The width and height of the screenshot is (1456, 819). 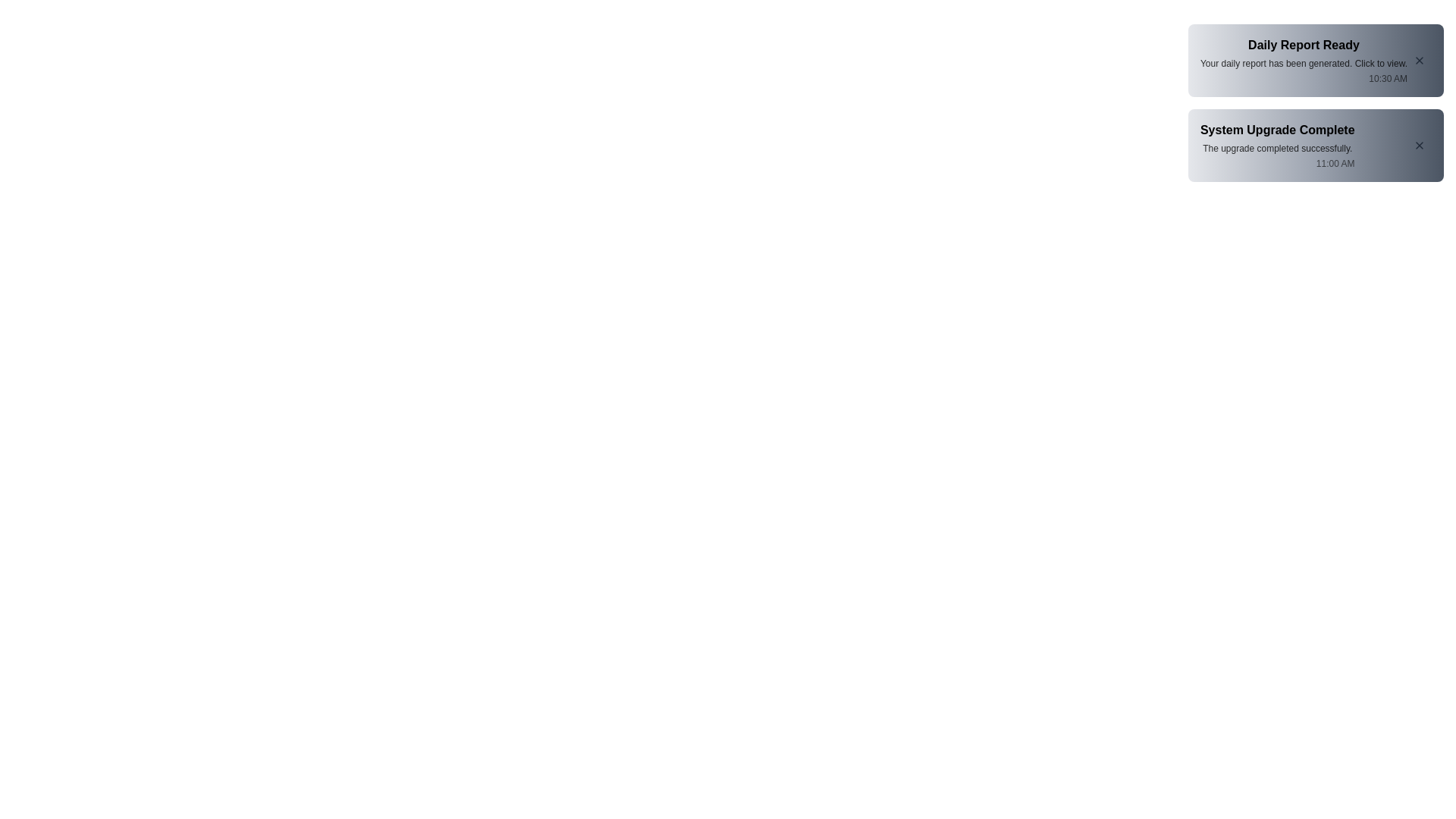 I want to click on the notification title and details for the first notification, so click(x=1303, y=60).